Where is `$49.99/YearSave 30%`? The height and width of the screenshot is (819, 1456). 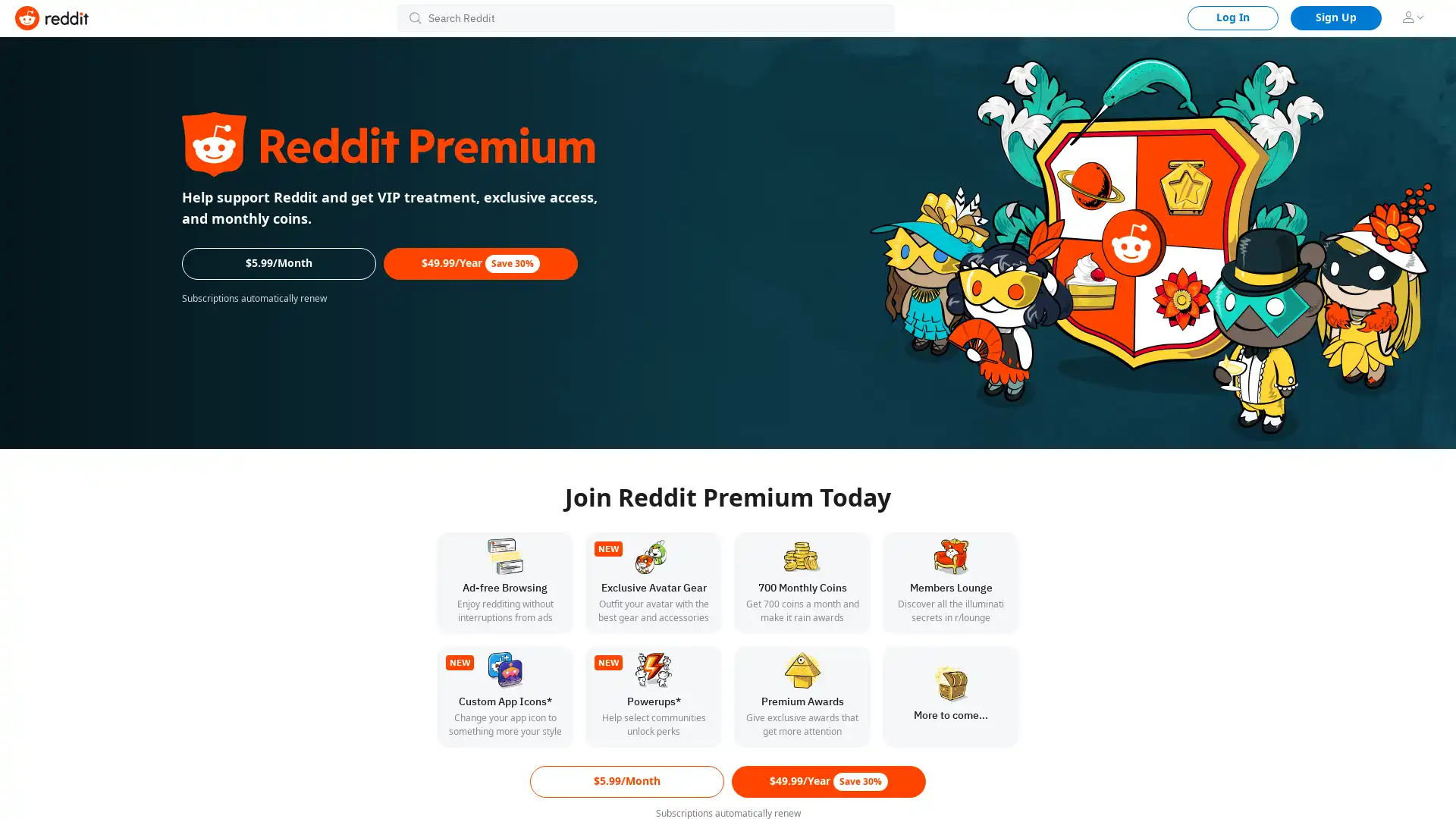 $49.99/YearSave 30% is located at coordinates (828, 781).